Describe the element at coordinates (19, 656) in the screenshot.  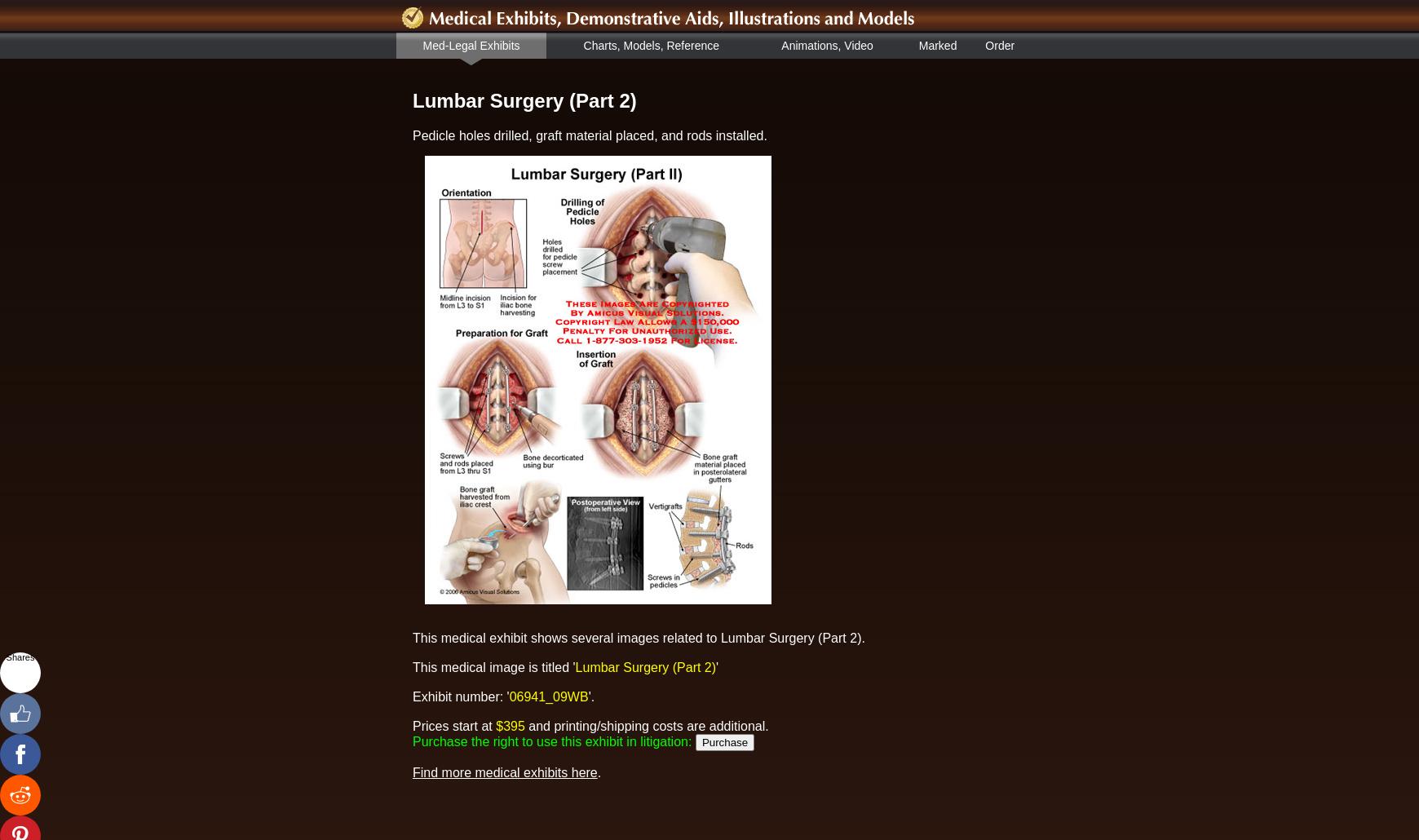
I see `'Shares'` at that location.